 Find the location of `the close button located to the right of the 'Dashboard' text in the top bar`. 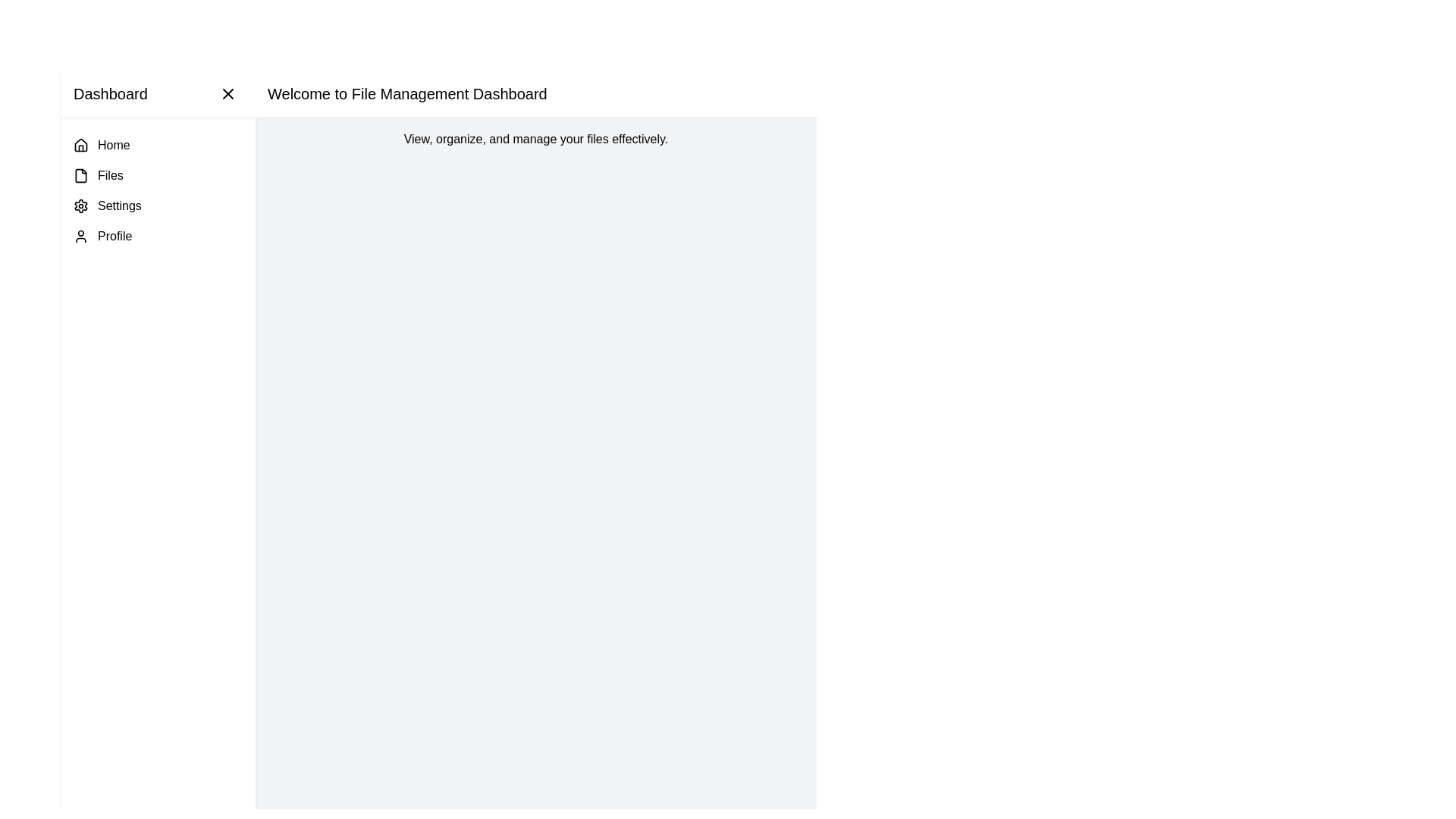

the close button located to the right of the 'Dashboard' text in the top bar is located at coordinates (227, 93).